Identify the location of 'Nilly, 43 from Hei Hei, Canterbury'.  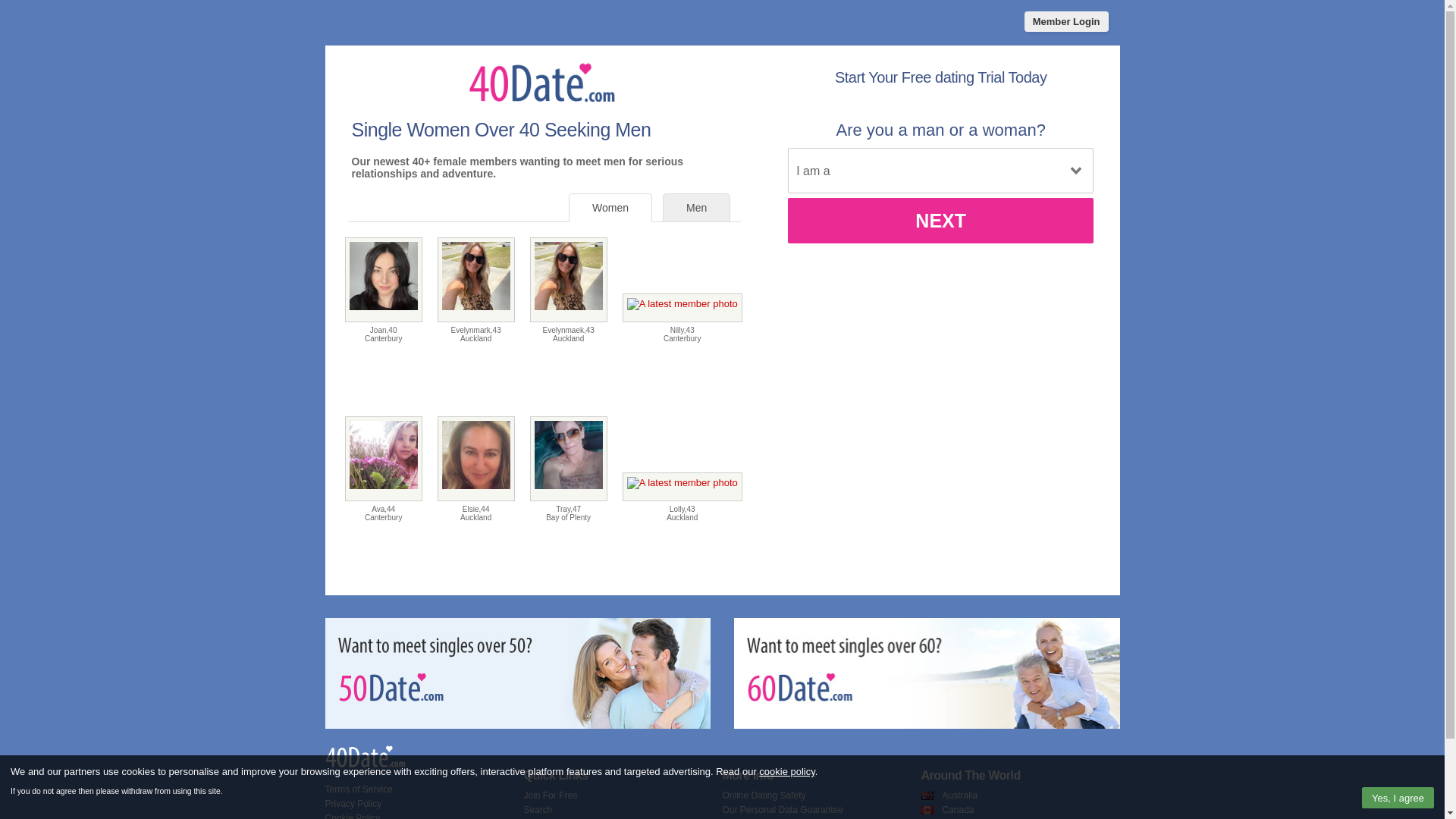
(682, 307).